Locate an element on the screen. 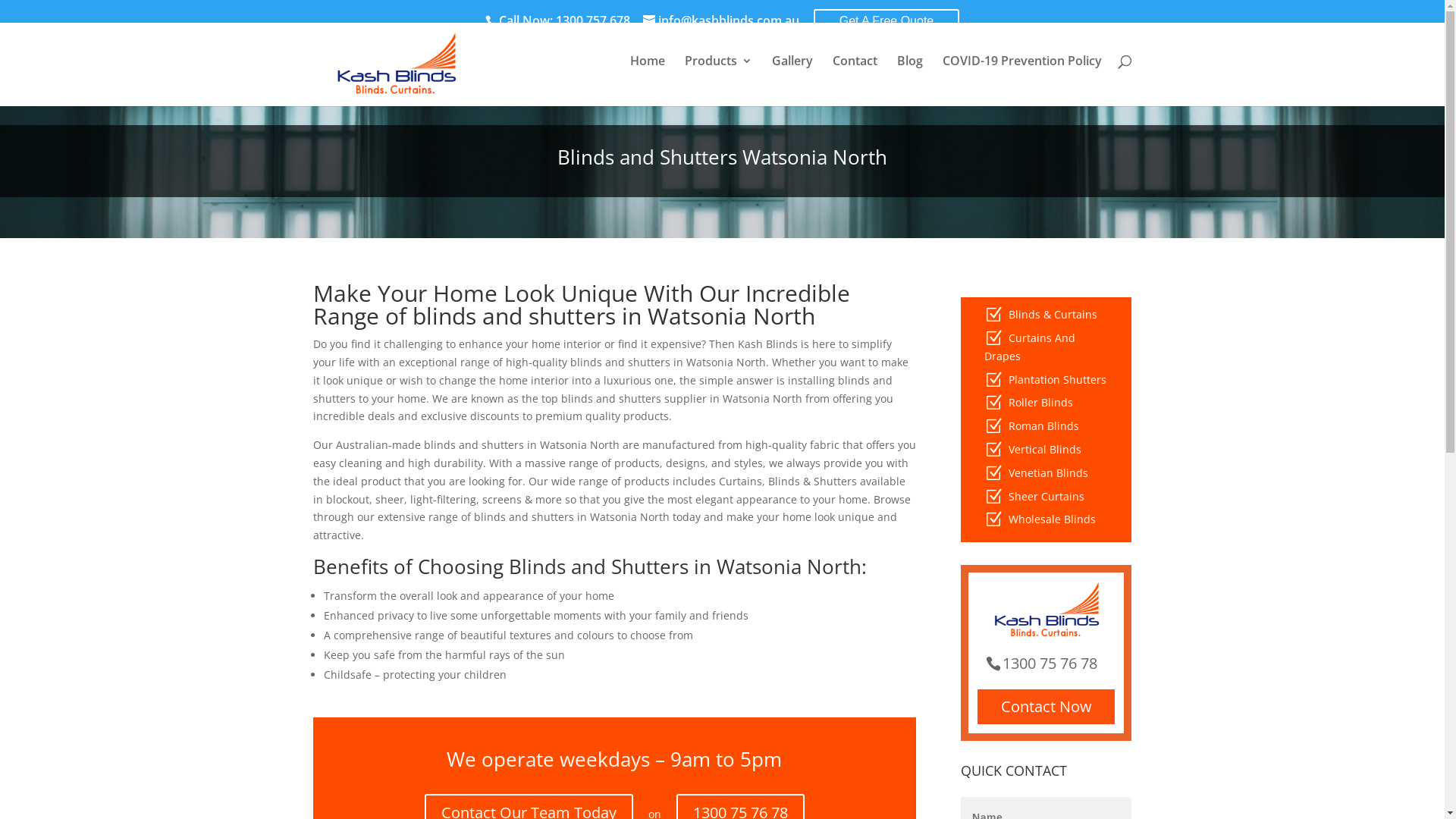  'Venetian Blinds' is located at coordinates (1047, 472).